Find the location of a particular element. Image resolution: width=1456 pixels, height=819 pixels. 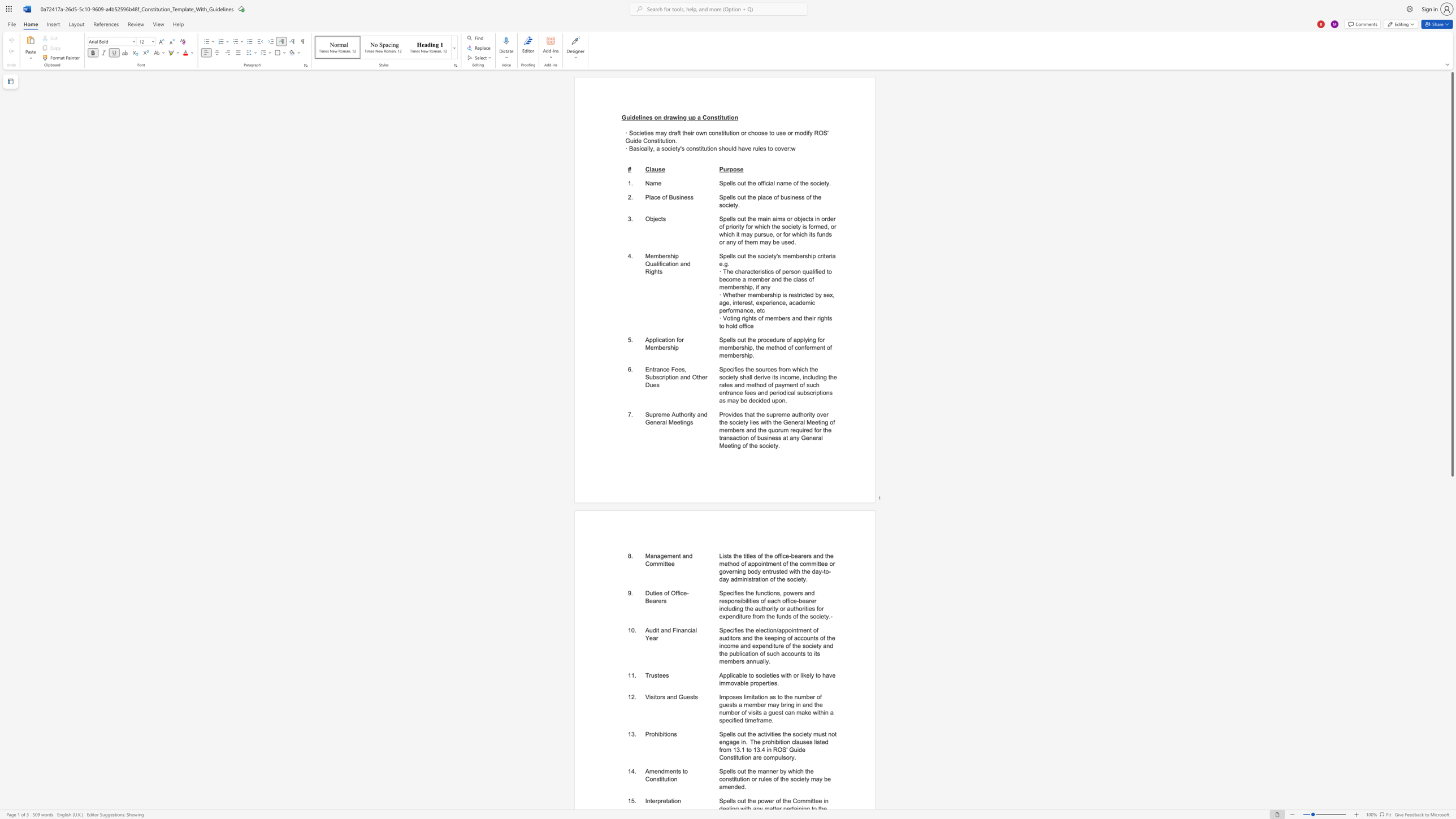

the scrollbar to move the page down is located at coordinates (1451, 686).